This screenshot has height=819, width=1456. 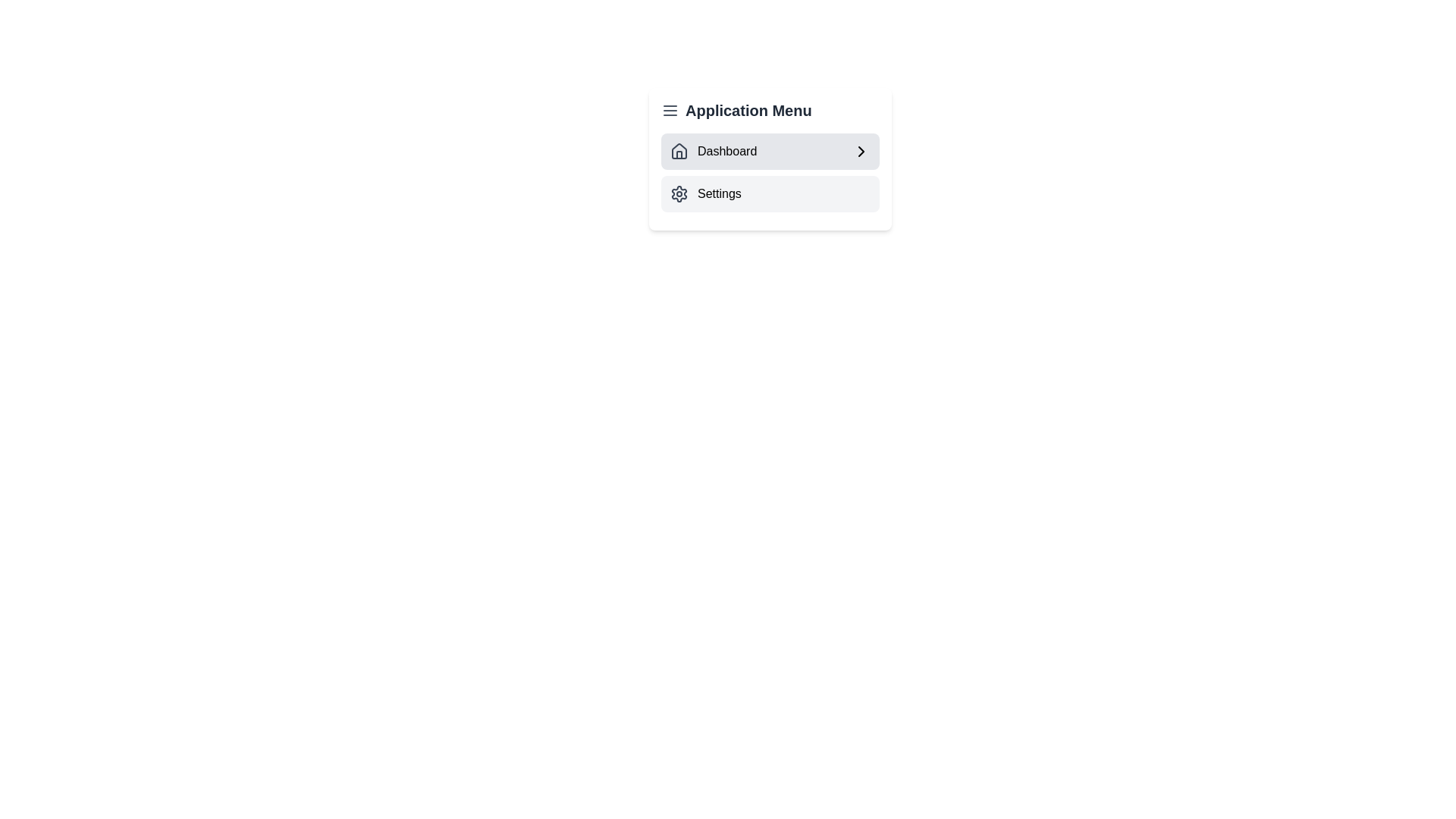 What do you see at coordinates (669, 110) in the screenshot?
I see `the menu toggle icon located to the left of the 'Application Menu' text` at bounding box center [669, 110].